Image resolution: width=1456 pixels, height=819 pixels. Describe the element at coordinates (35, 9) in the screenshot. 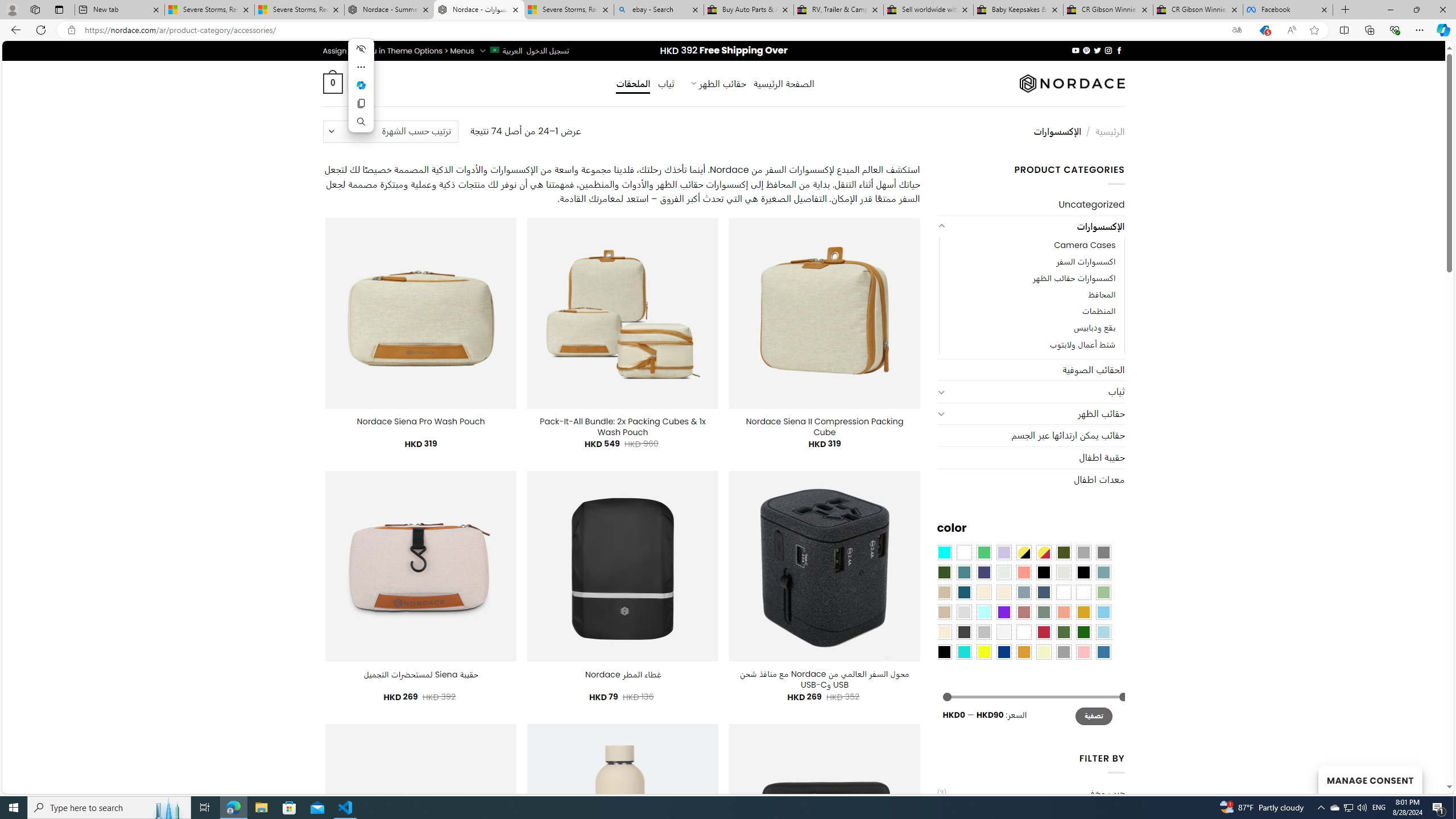

I see `'Workspaces'` at that location.